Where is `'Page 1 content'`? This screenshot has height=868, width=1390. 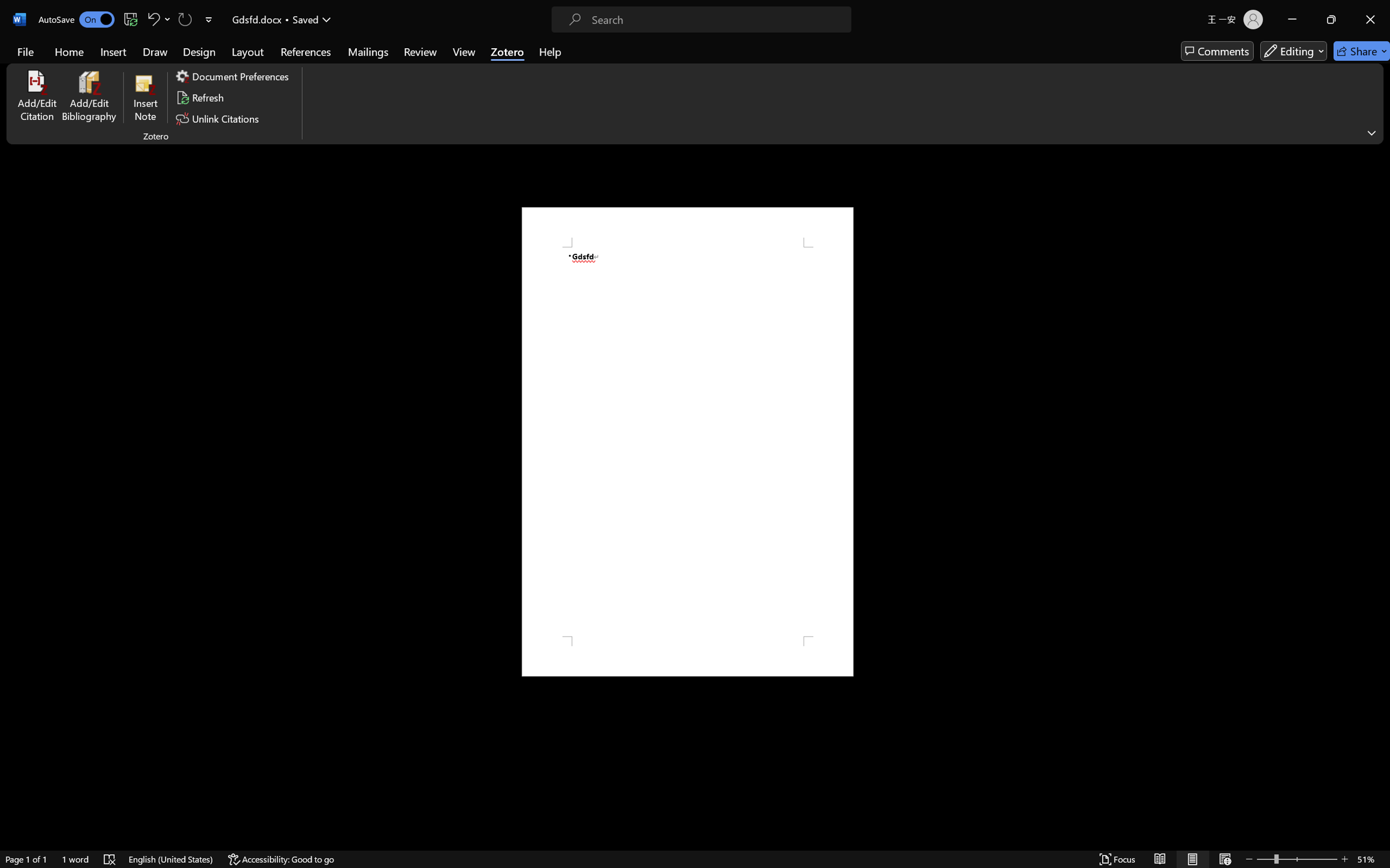
'Page 1 content' is located at coordinates (687, 441).